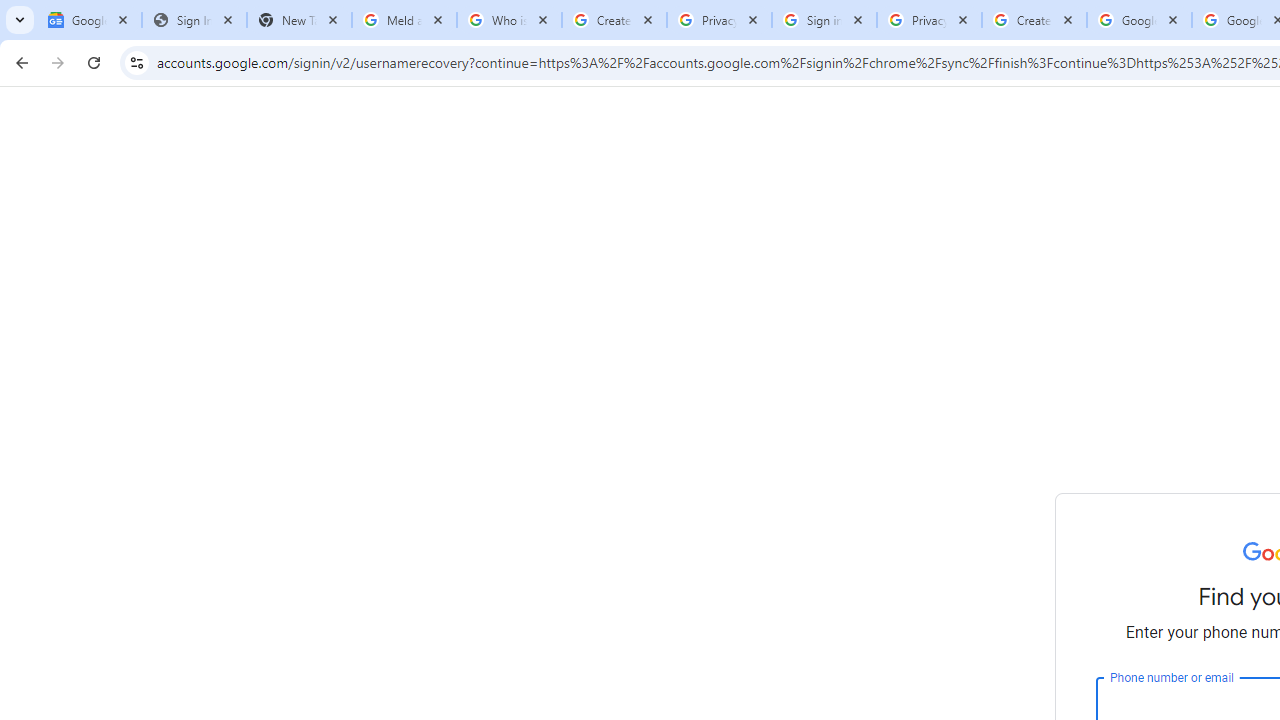 This screenshot has height=720, width=1280. I want to click on 'Search tabs', so click(20, 20).